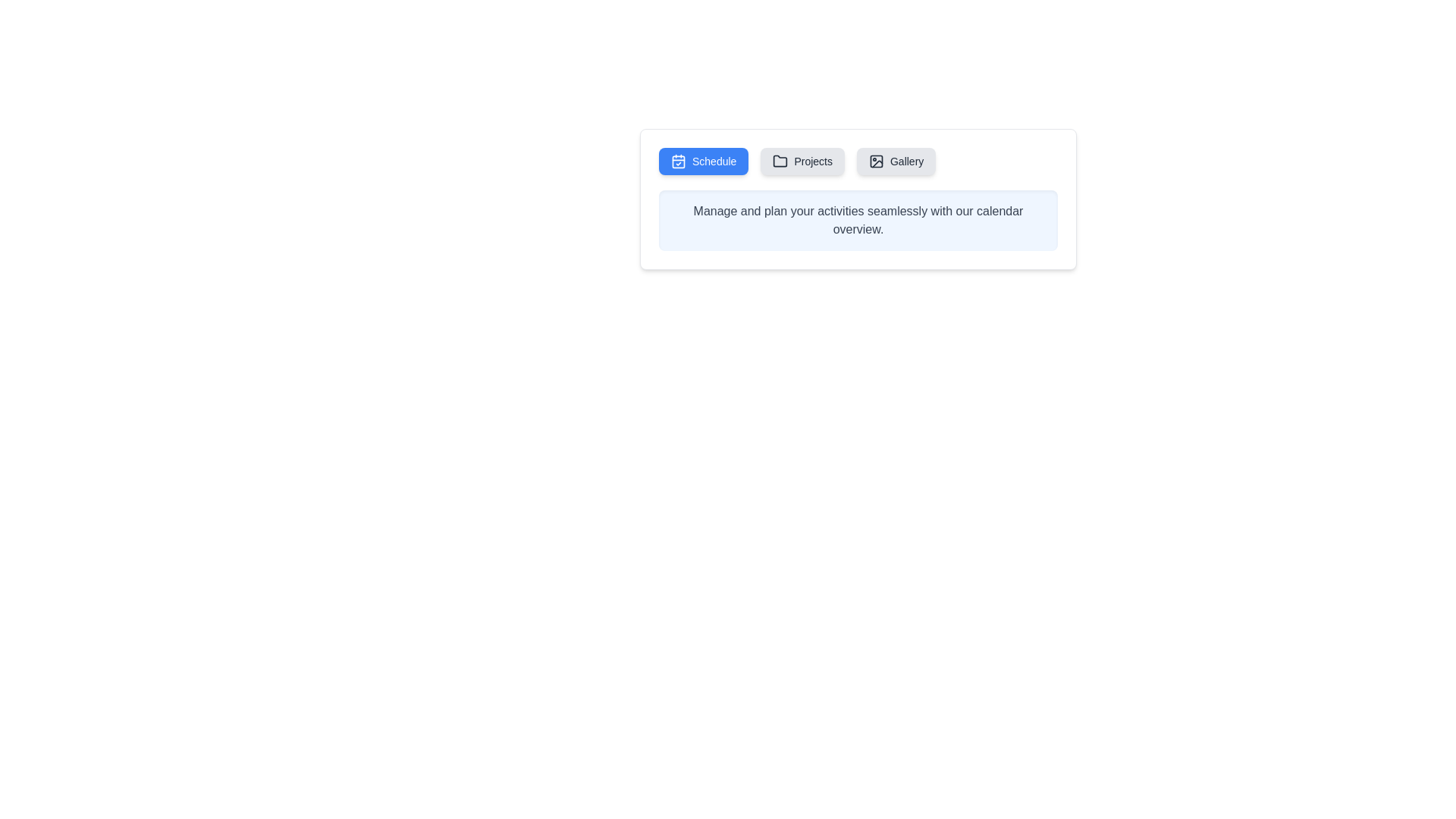 This screenshot has height=819, width=1456. I want to click on the Schedule tab to observe its hover effect, so click(702, 161).